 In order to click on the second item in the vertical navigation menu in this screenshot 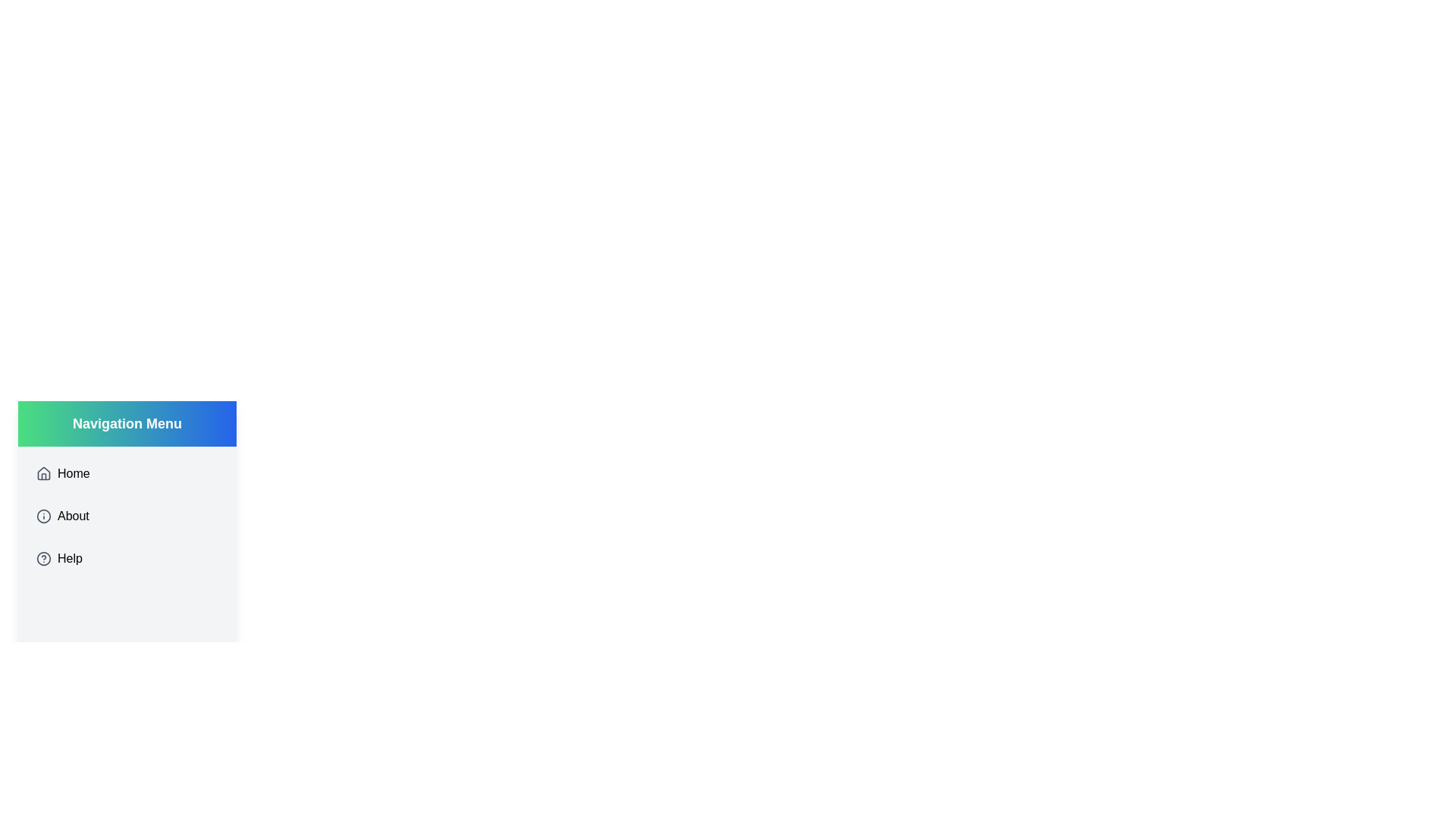, I will do `click(127, 516)`.